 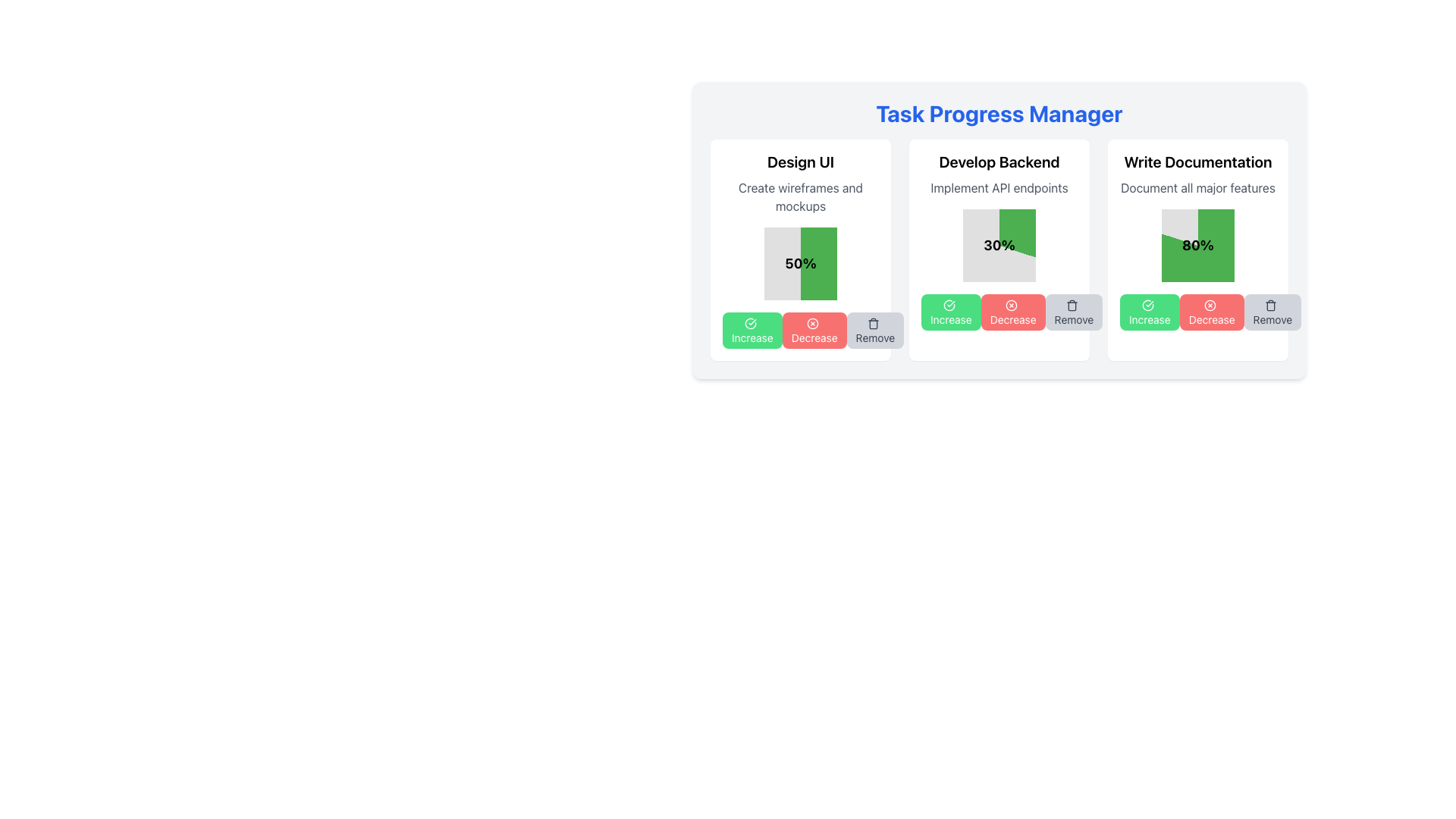 What do you see at coordinates (1272, 312) in the screenshot?
I see `the third button in the horizontal row below the 'Write Documentation' card` at bounding box center [1272, 312].